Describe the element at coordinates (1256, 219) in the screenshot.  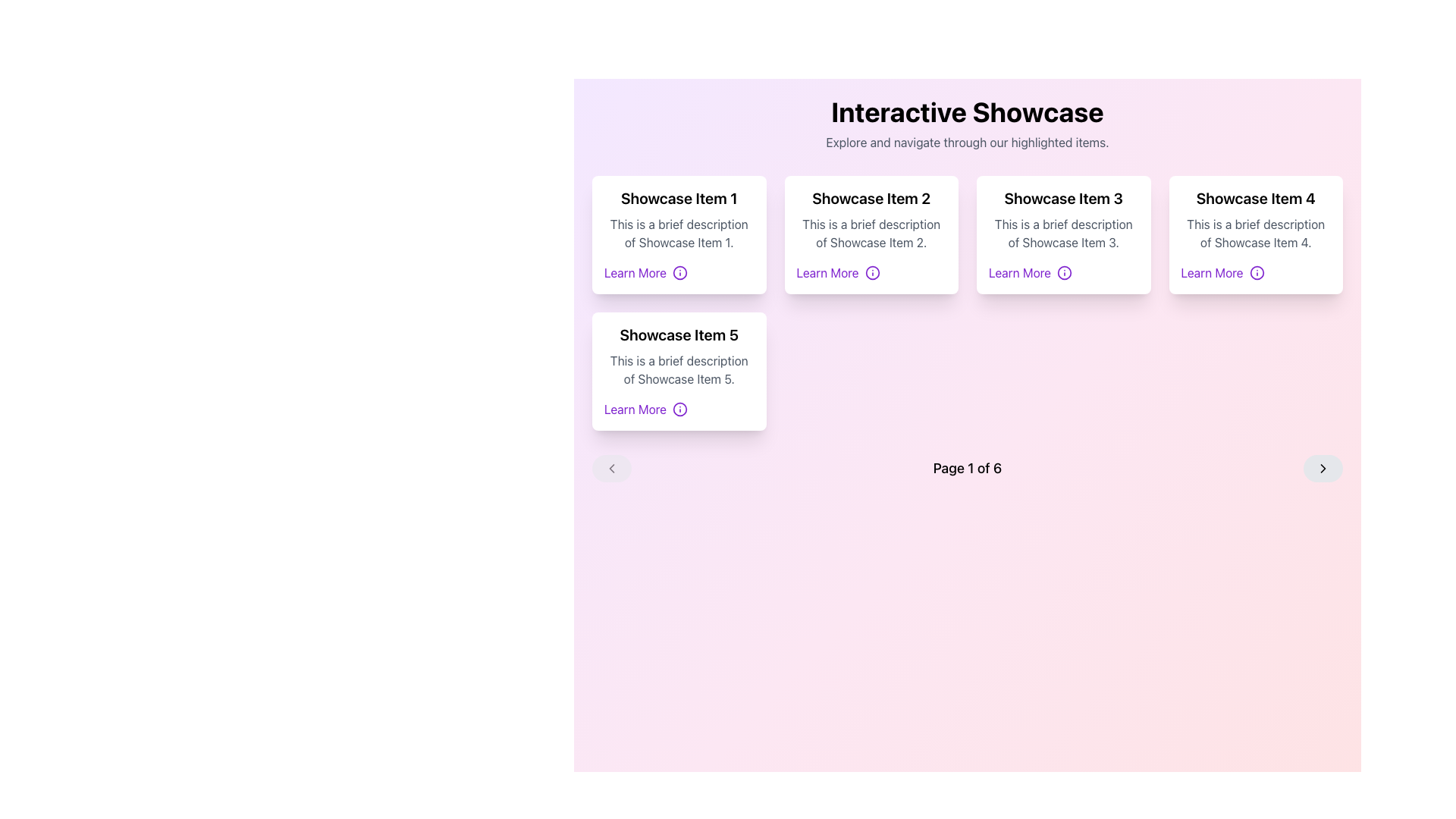
I see `the Text Display Block that contains the bolded text 'Showcase Item 4' and the description 'This is a brief description of Showcase Item 4'` at that location.